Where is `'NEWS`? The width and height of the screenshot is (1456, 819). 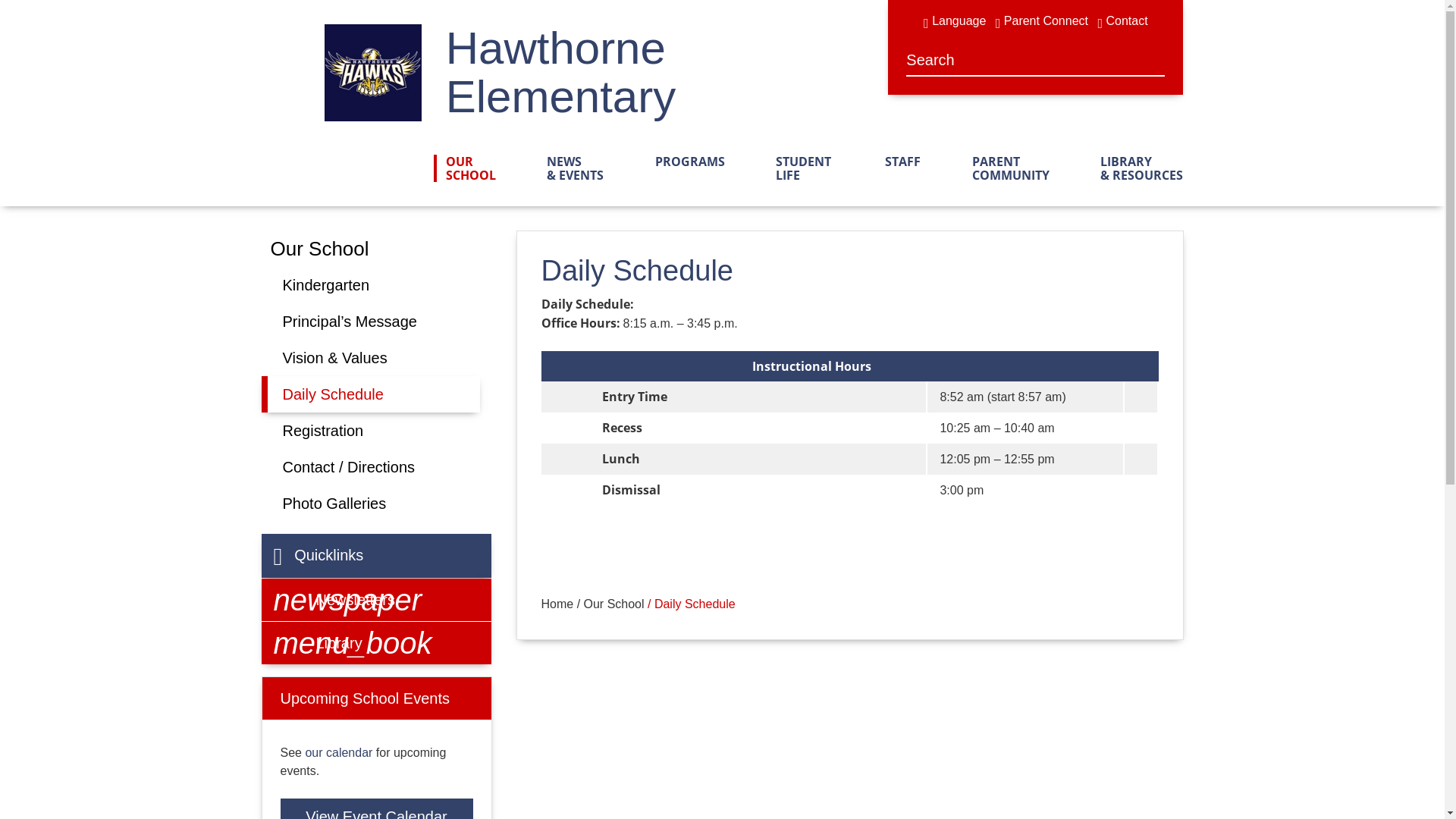
'NEWS is located at coordinates (568, 168).